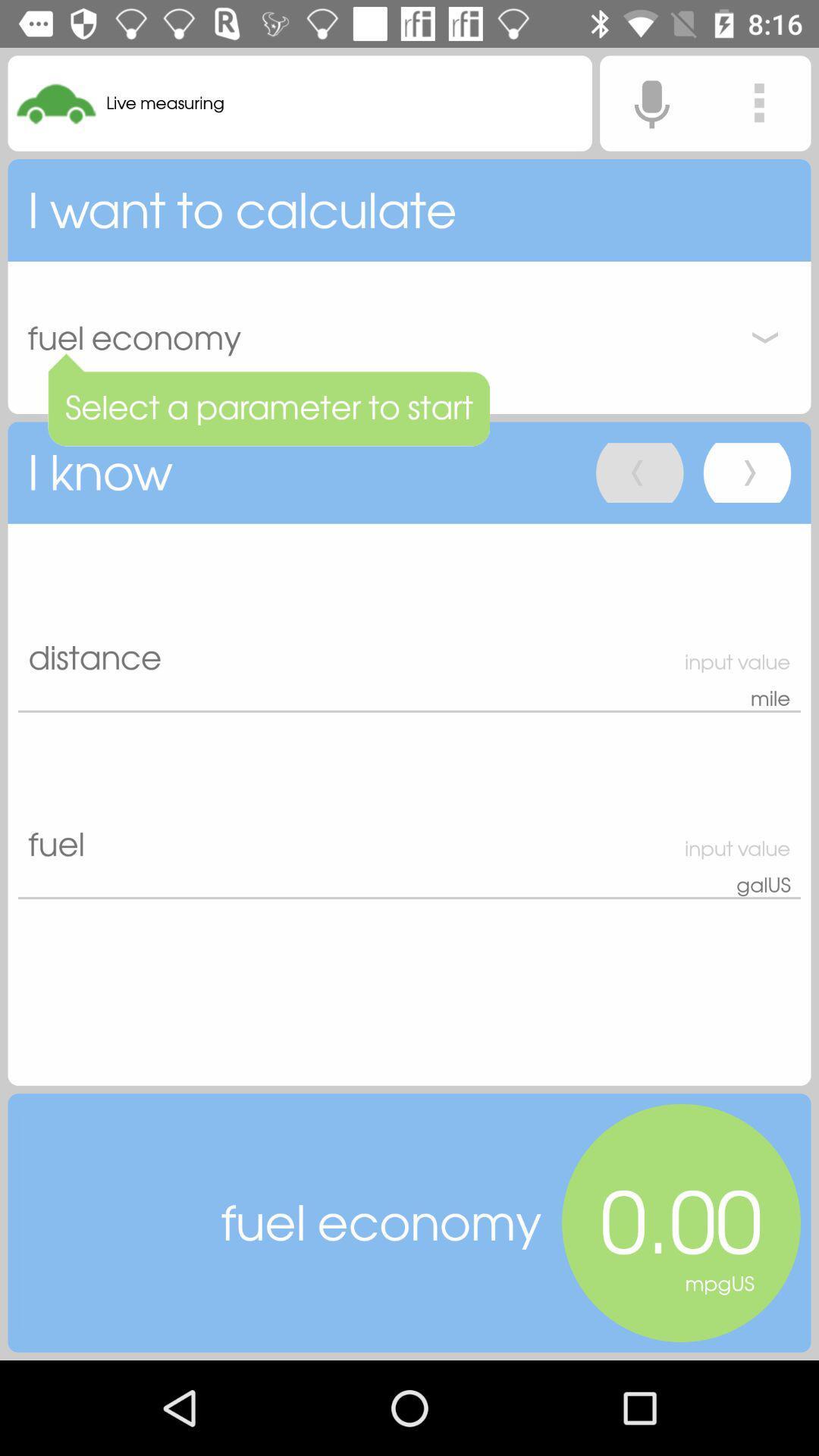 The image size is (819, 1456). What do you see at coordinates (746, 472) in the screenshot?
I see `go forward` at bounding box center [746, 472].